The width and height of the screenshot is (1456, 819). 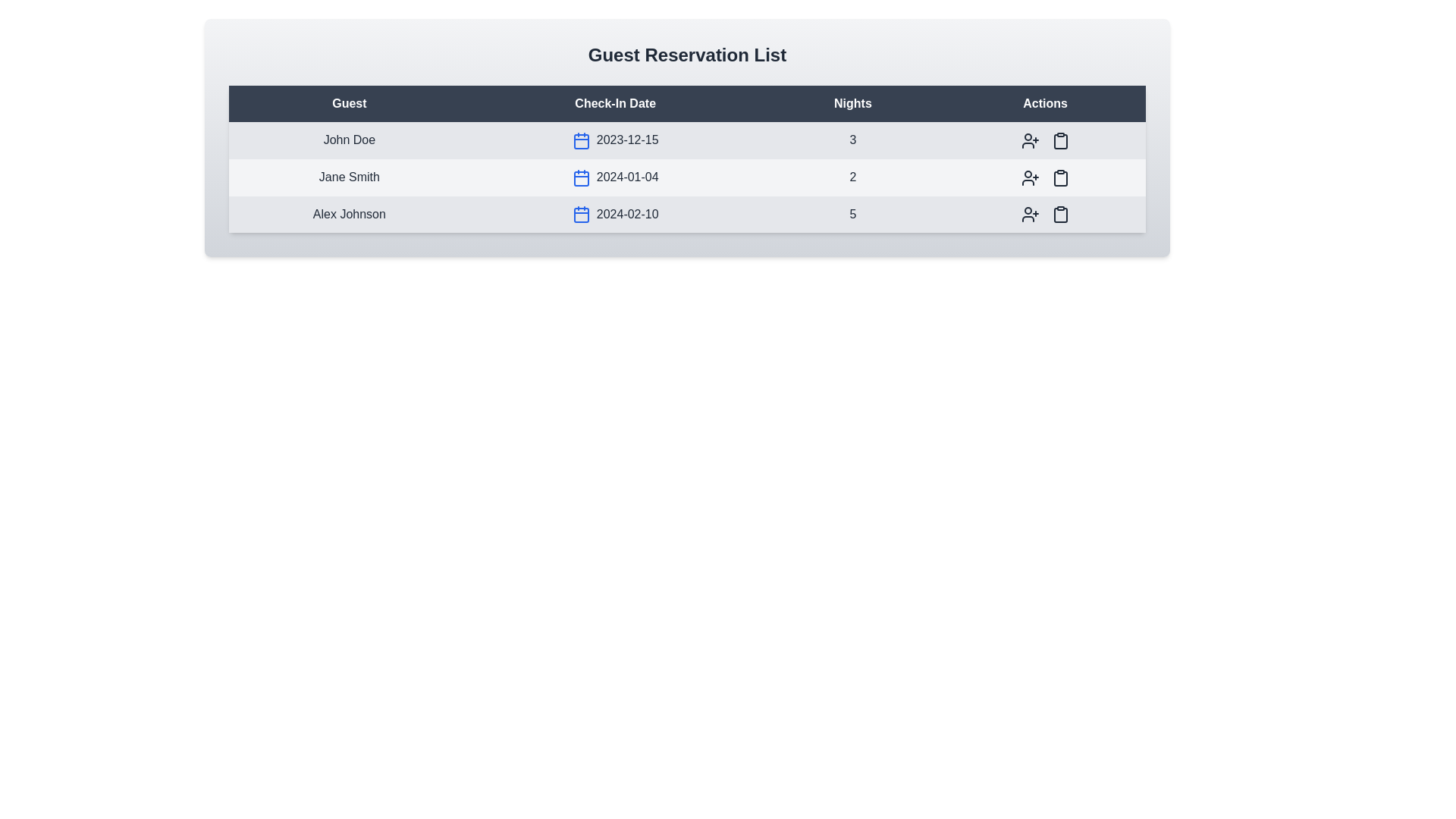 I want to click on the icon group in the last row of the table under the 'Actions' column for 'Alex Johnson', so click(x=1044, y=214).